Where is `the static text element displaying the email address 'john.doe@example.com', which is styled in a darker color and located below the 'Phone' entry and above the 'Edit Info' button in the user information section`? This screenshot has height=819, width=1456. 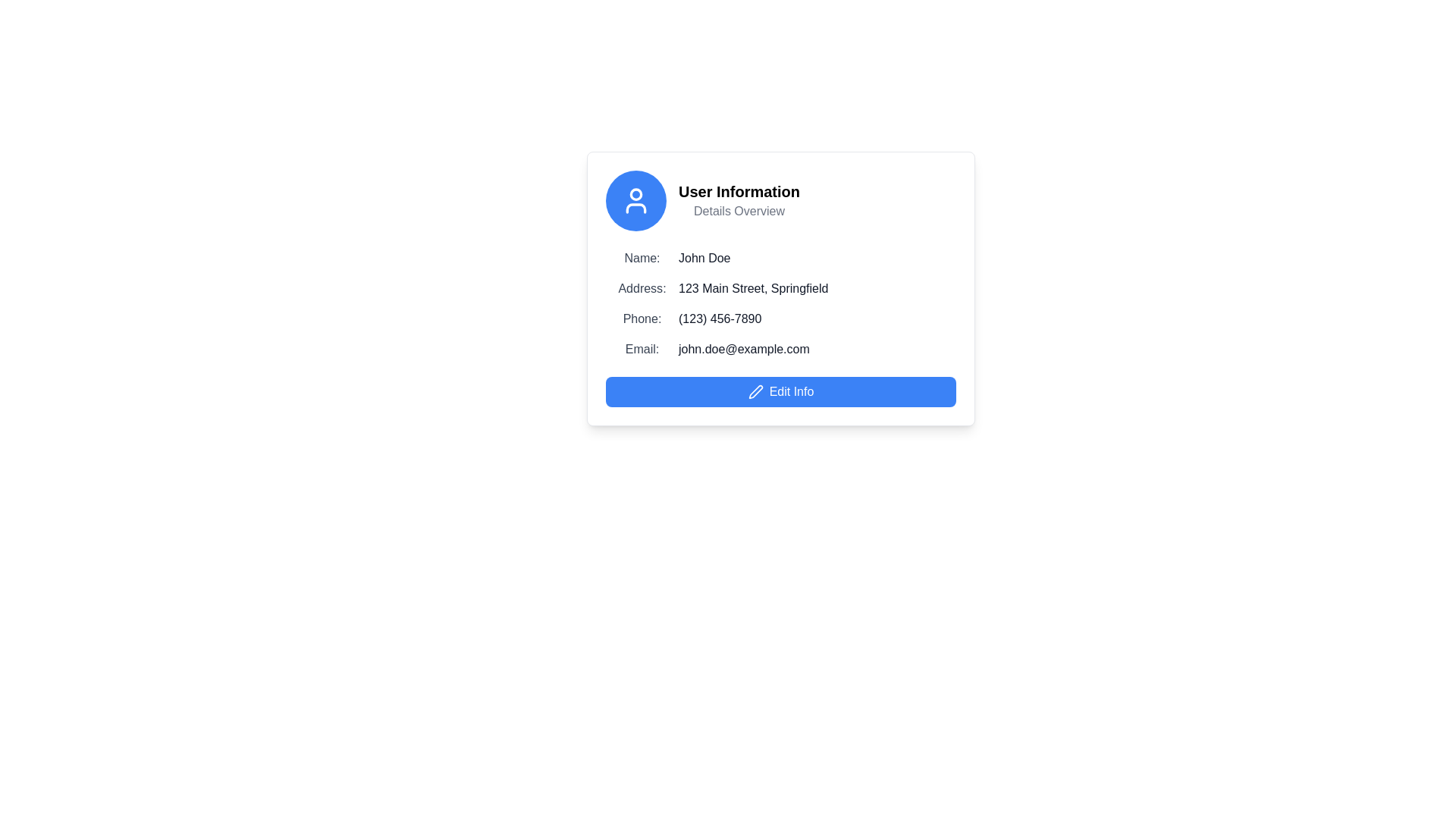
the static text element displaying the email address 'john.doe@example.com', which is styled in a darker color and located below the 'Phone' entry and above the 'Edit Info' button in the user information section is located at coordinates (781, 350).